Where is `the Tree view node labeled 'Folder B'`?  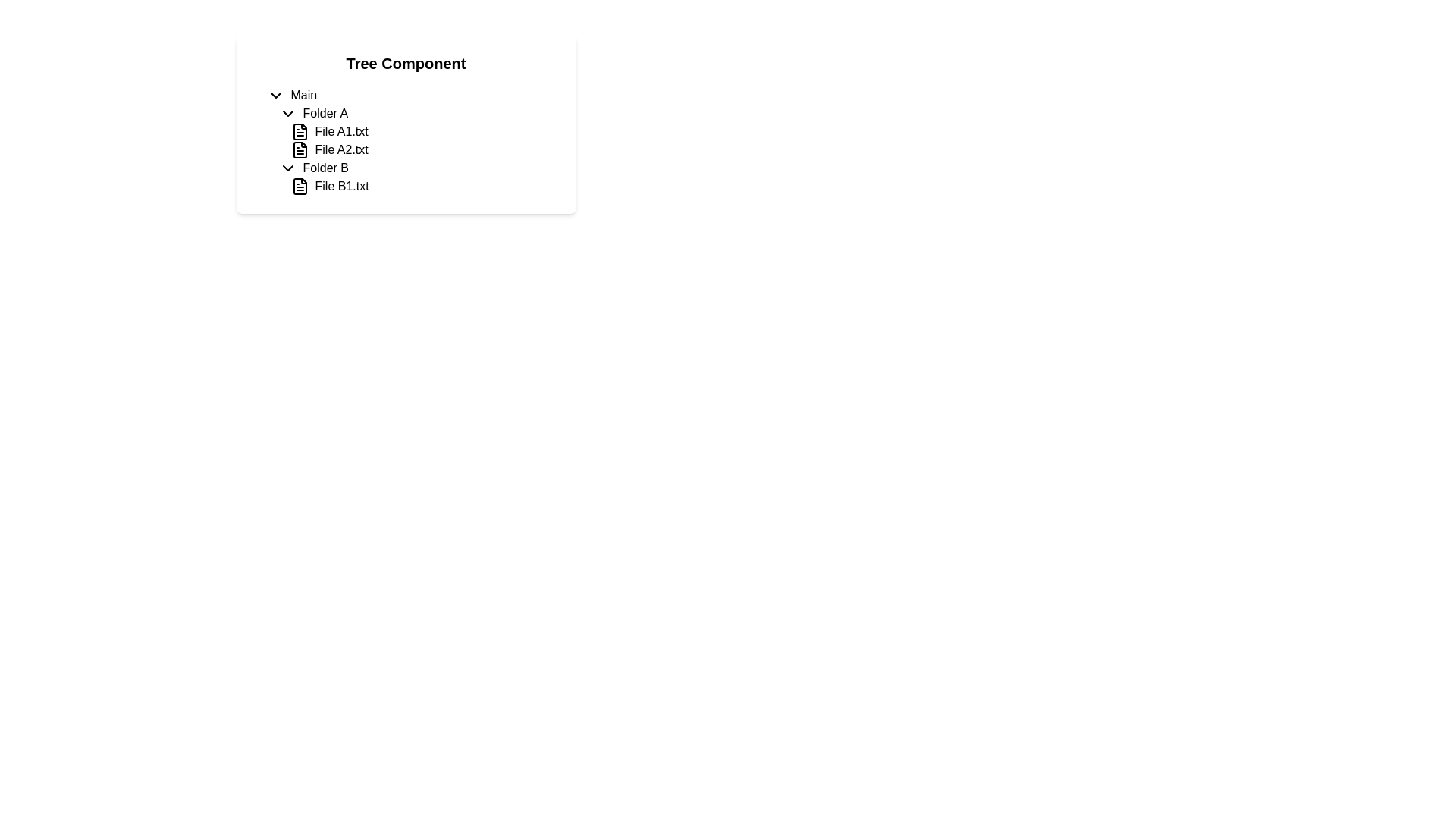
the Tree view node labeled 'Folder B' is located at coordinates (418, 168).